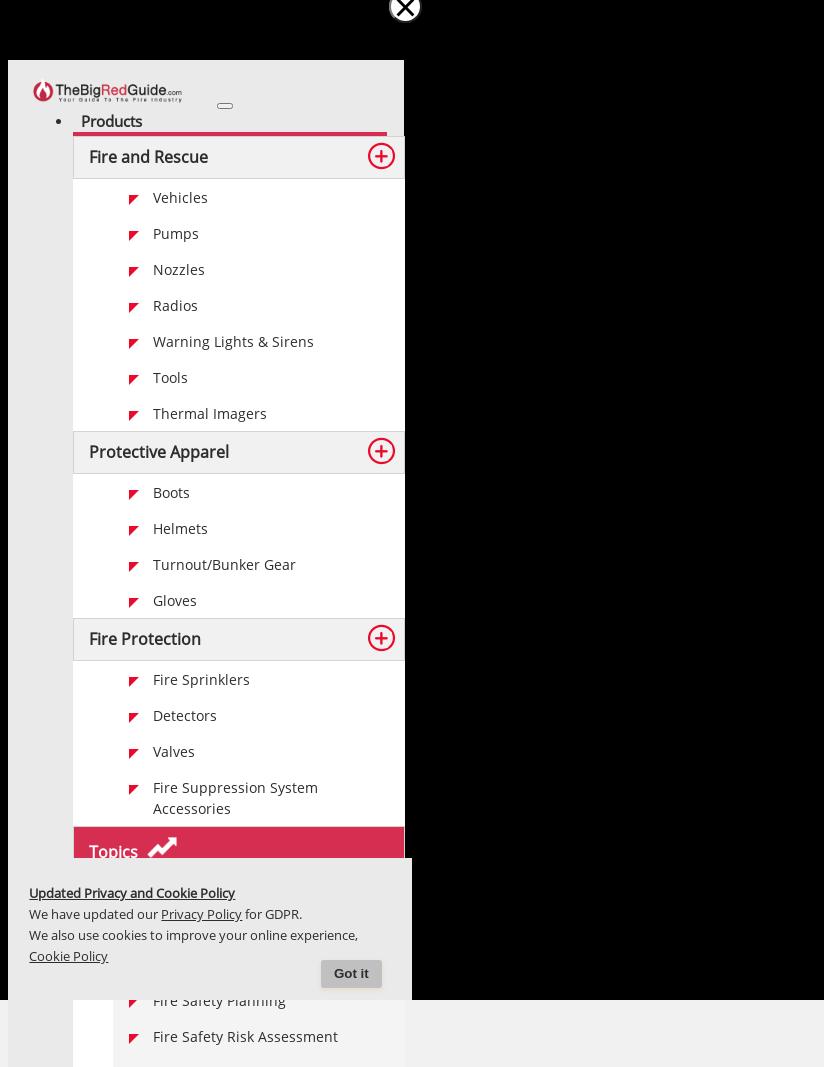 This screenshot has height=1067, width=824. Describe the element at coordinates (209, 412) in the screenshot. I see `'Thermal Imagers'` at that location.